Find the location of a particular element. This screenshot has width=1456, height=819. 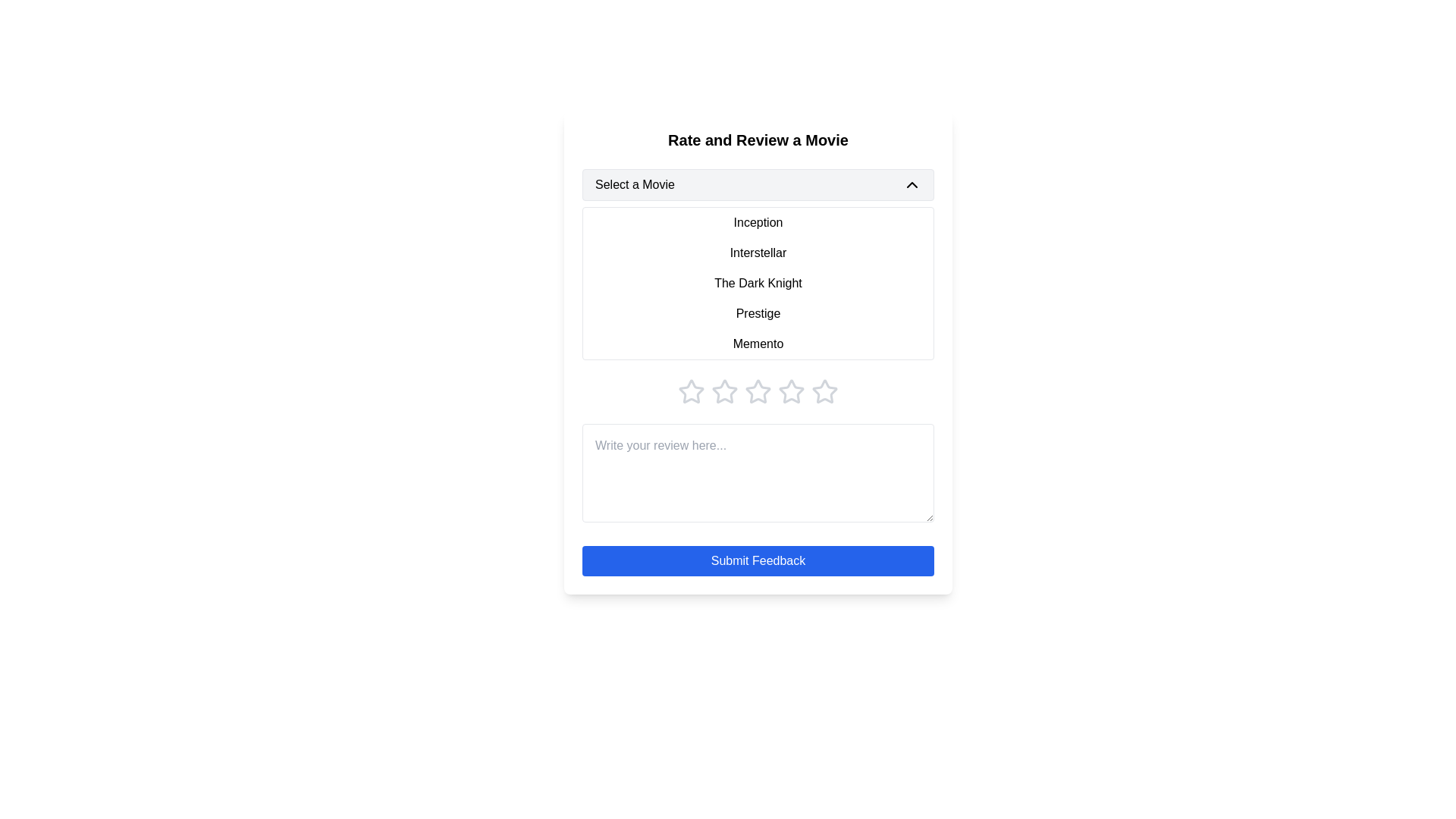

the third item in the movie list, which is located between 'Interstellar' and 'Prestige' is located at coordinates (758, 284).